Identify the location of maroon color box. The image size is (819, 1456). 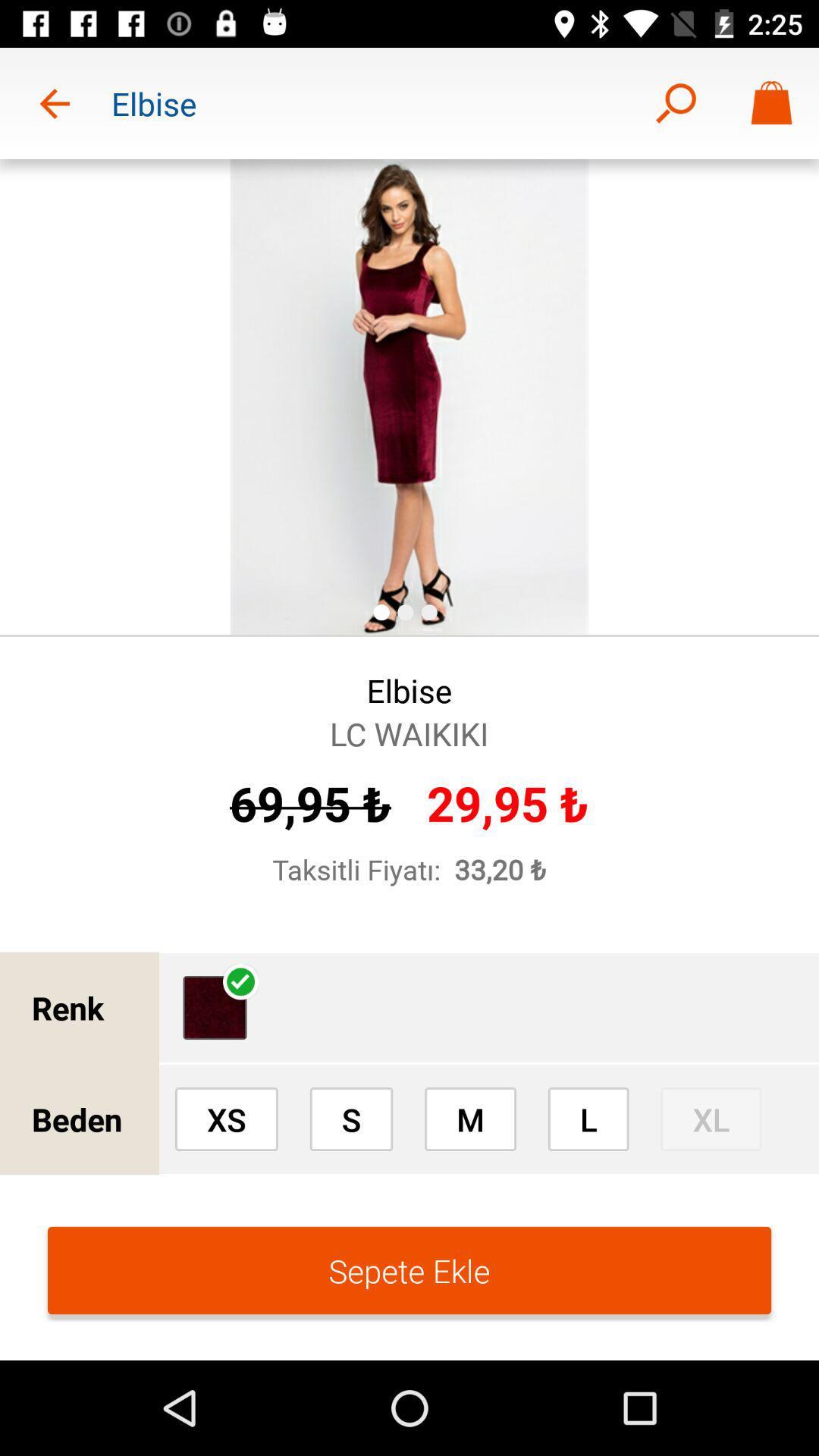
(215, 1008).